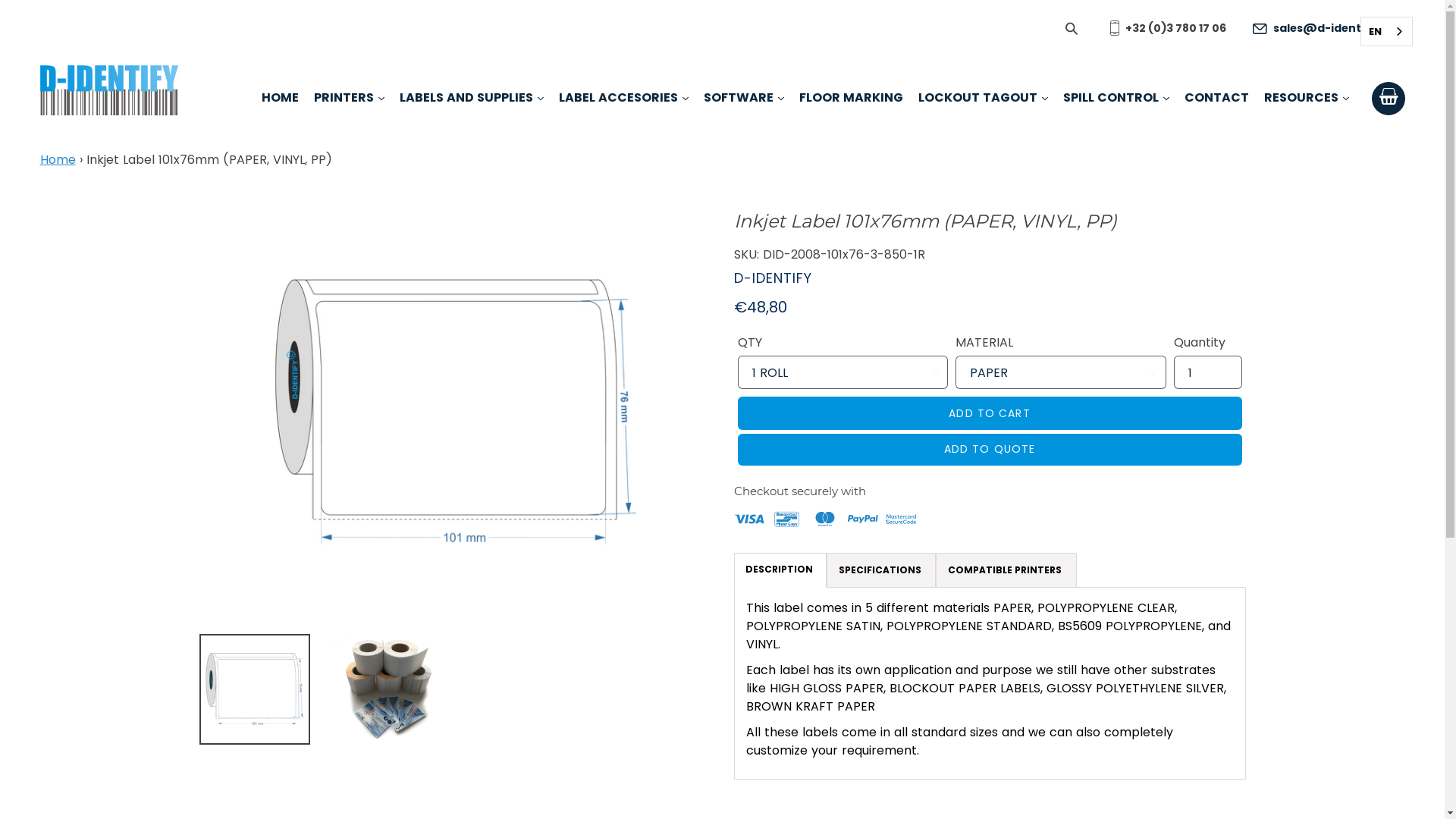 Image resolution: width=1456 pixels, height=819 pixels. Describe the element at coordinates (1183, 99) in the screenshot. I see `'CONTACT'` at that location.